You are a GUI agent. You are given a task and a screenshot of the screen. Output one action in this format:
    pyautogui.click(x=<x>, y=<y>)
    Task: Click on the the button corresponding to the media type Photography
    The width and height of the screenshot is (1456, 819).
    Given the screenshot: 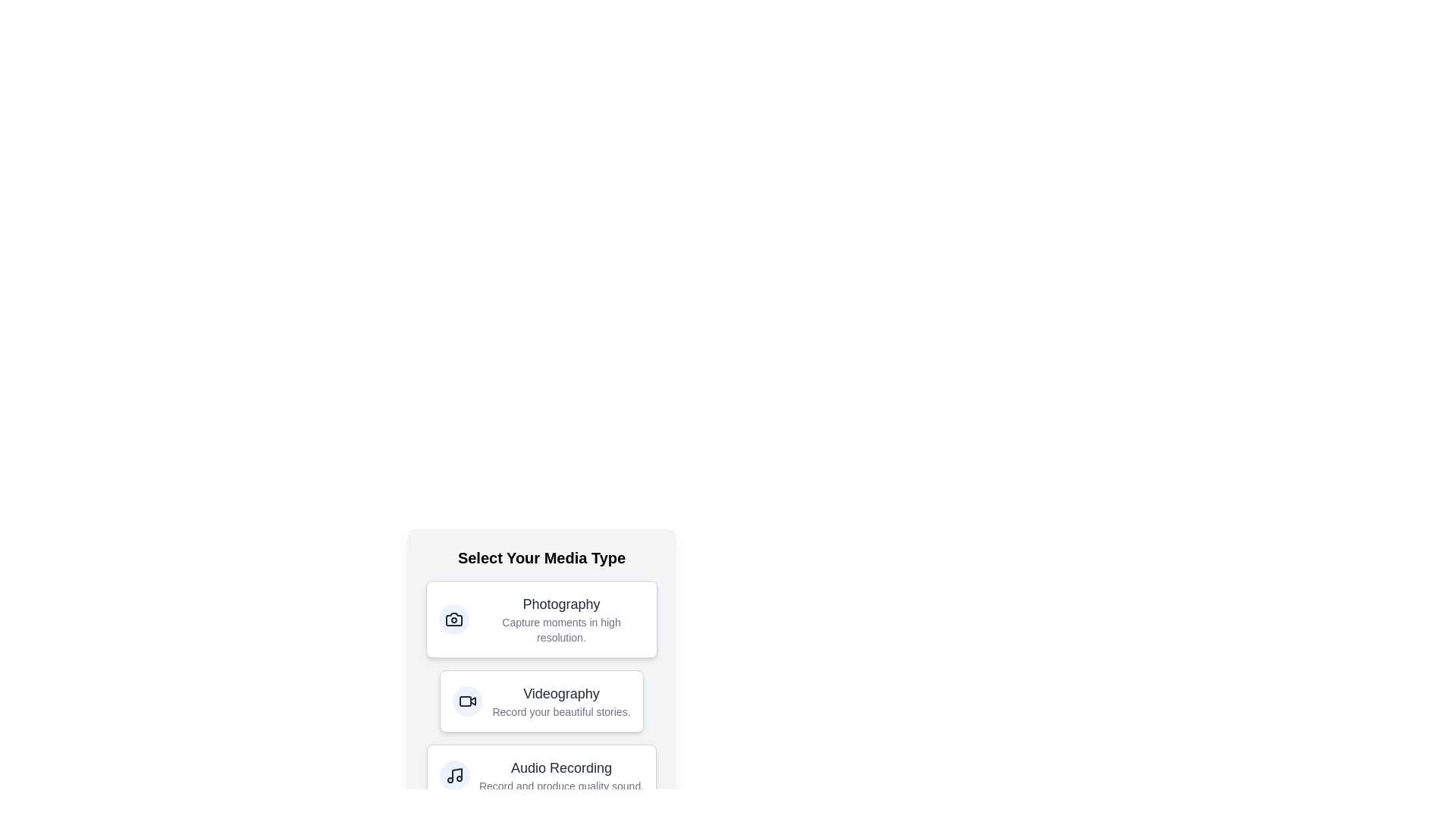 What is the action you would take?
    pyautogui.click(x=541, y=620)
    